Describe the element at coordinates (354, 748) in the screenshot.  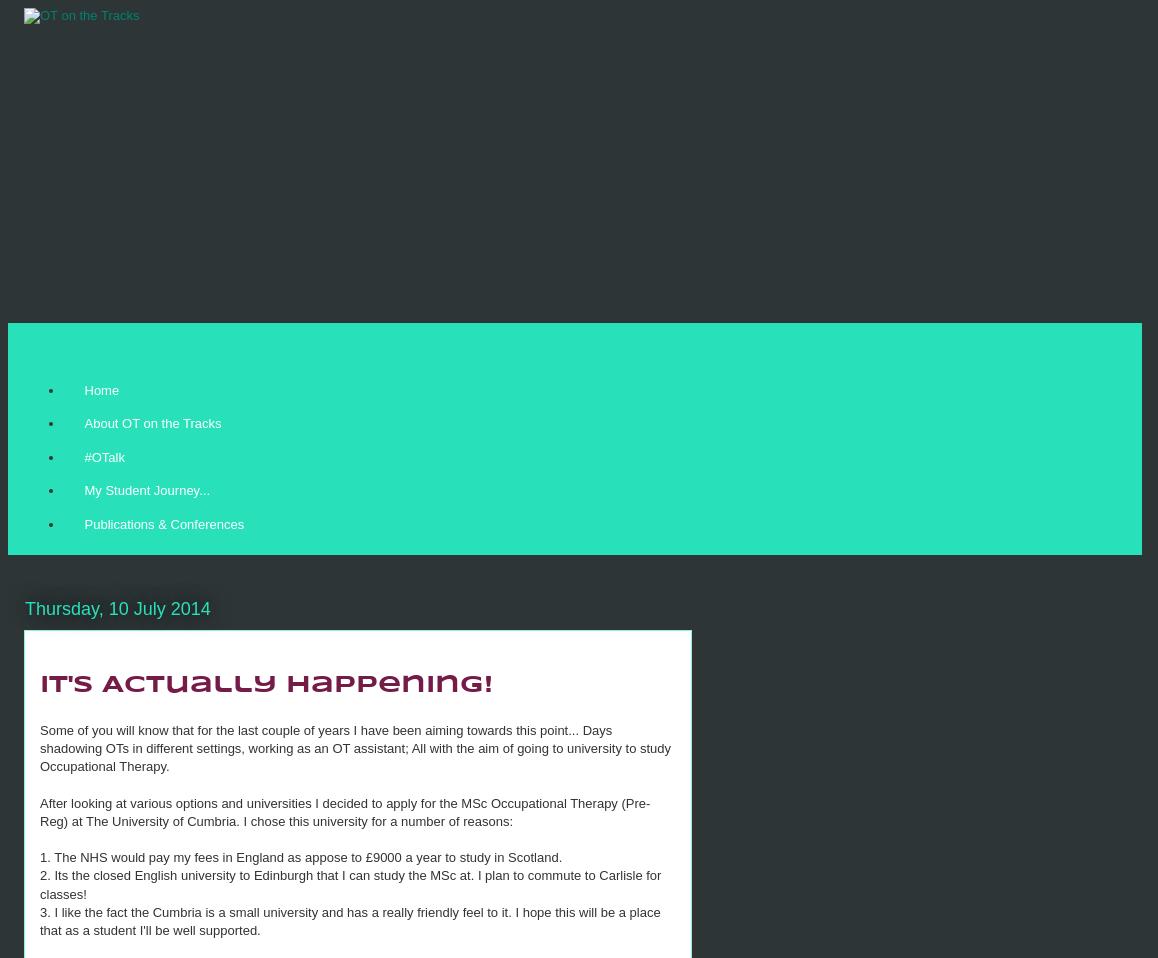
I see `'Some of you will know that for the last couple of years I have been aiming towards this point... Days shadowing OTs in different settings, working as an OT assistant; All with the aim of going to university to study Occupational Therapy.'` at that location.